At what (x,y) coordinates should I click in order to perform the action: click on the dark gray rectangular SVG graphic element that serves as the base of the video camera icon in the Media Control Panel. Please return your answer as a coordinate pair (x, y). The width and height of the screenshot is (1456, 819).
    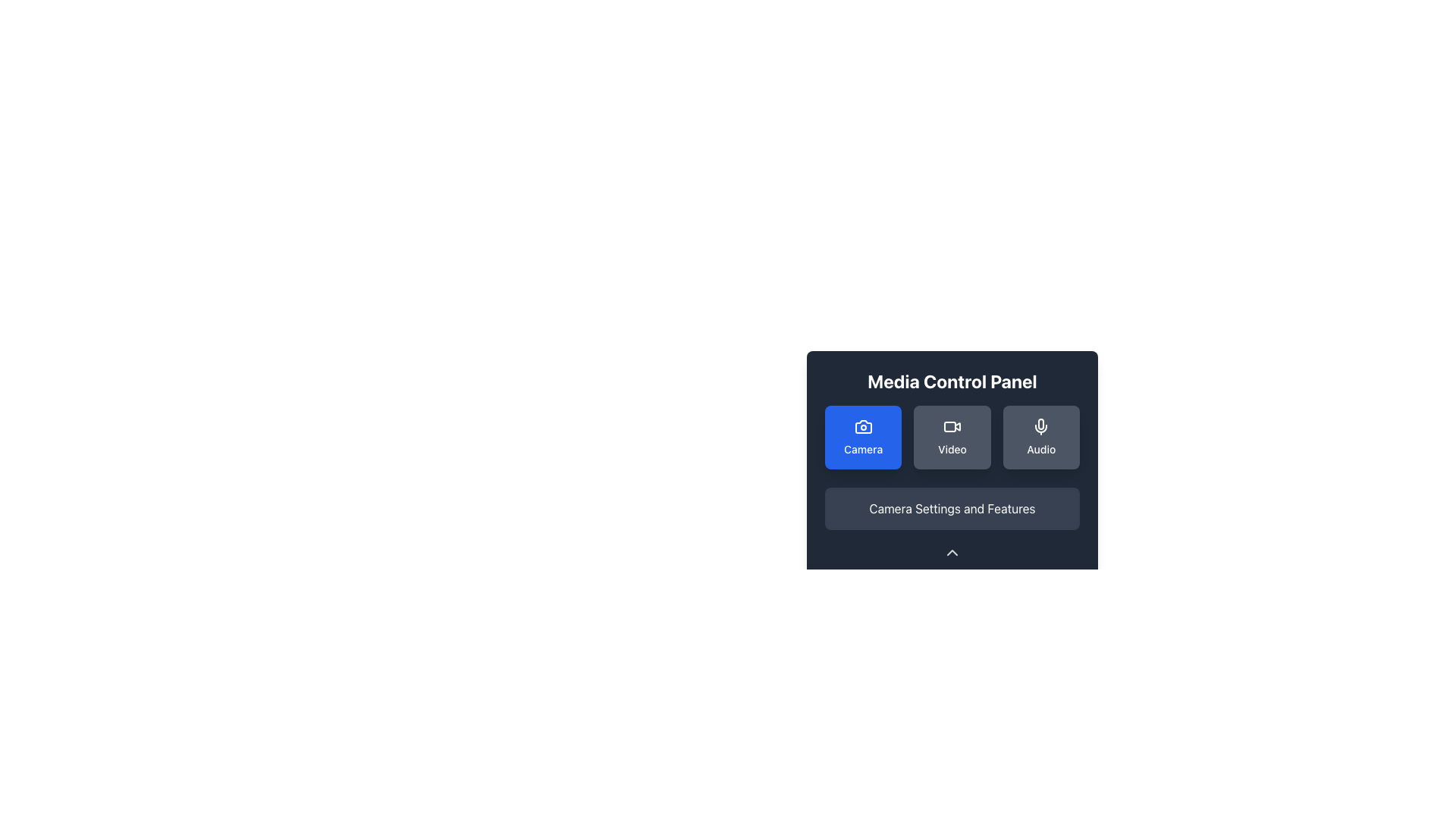
    Looking at the image, I should click on (949, 427).